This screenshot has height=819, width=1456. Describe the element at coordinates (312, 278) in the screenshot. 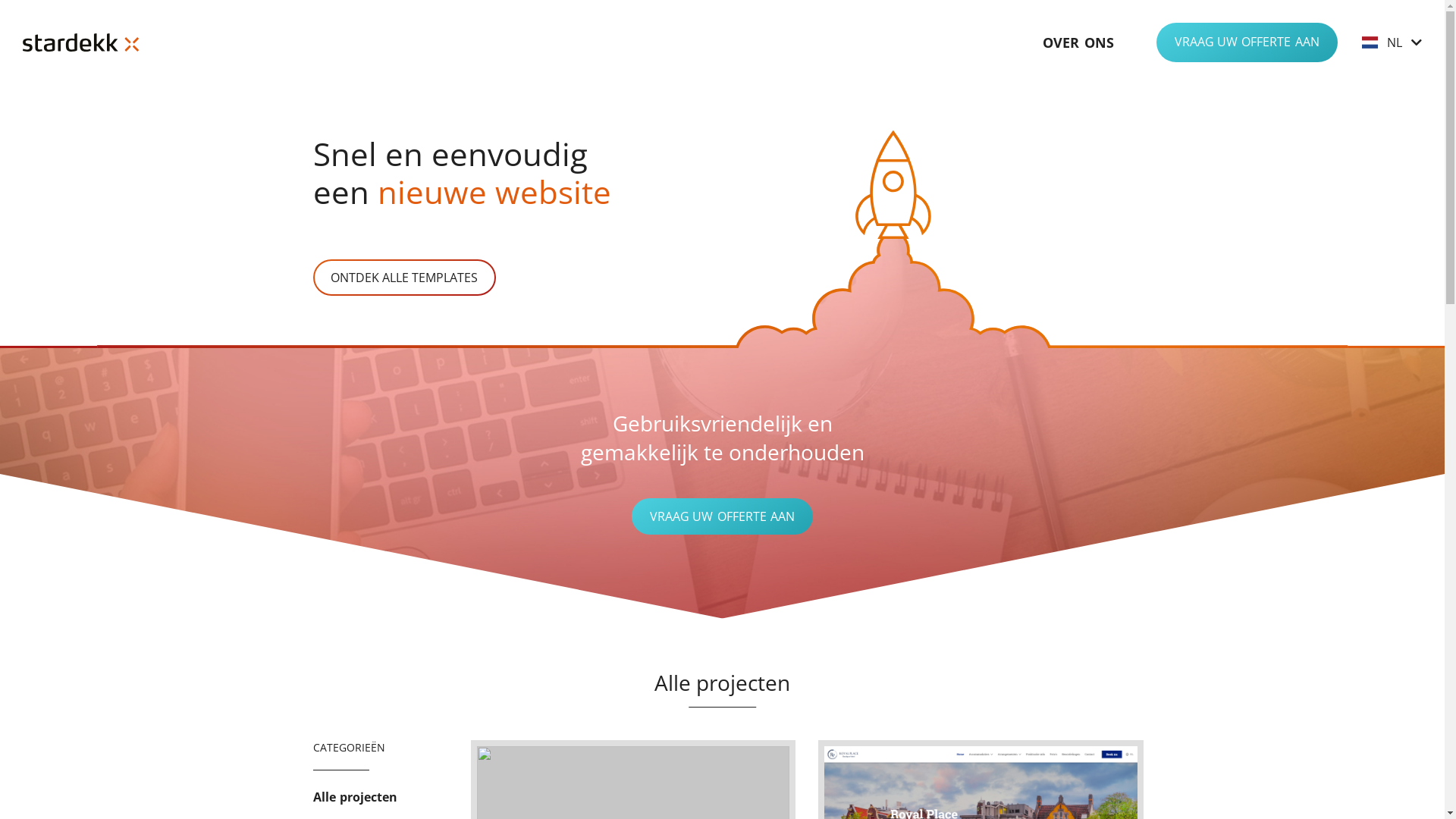

I see `'ONTDEK ALLE TEMPLATES'` at that location.